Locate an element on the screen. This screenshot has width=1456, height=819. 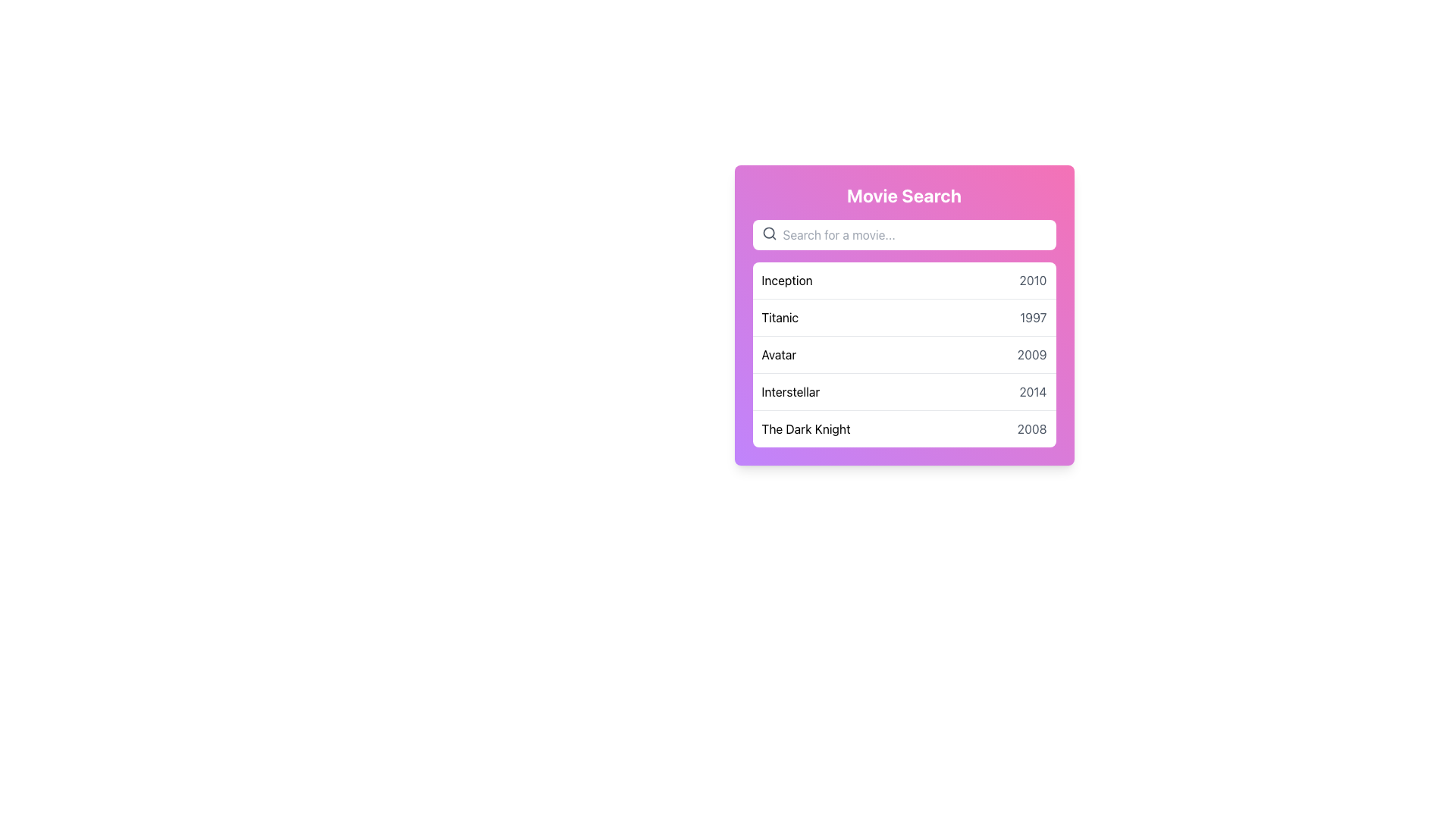
the fifth item in the movie list, which displays the title and release year, located below 'Interstellar (2014)' is located at coordinates (904, 428).